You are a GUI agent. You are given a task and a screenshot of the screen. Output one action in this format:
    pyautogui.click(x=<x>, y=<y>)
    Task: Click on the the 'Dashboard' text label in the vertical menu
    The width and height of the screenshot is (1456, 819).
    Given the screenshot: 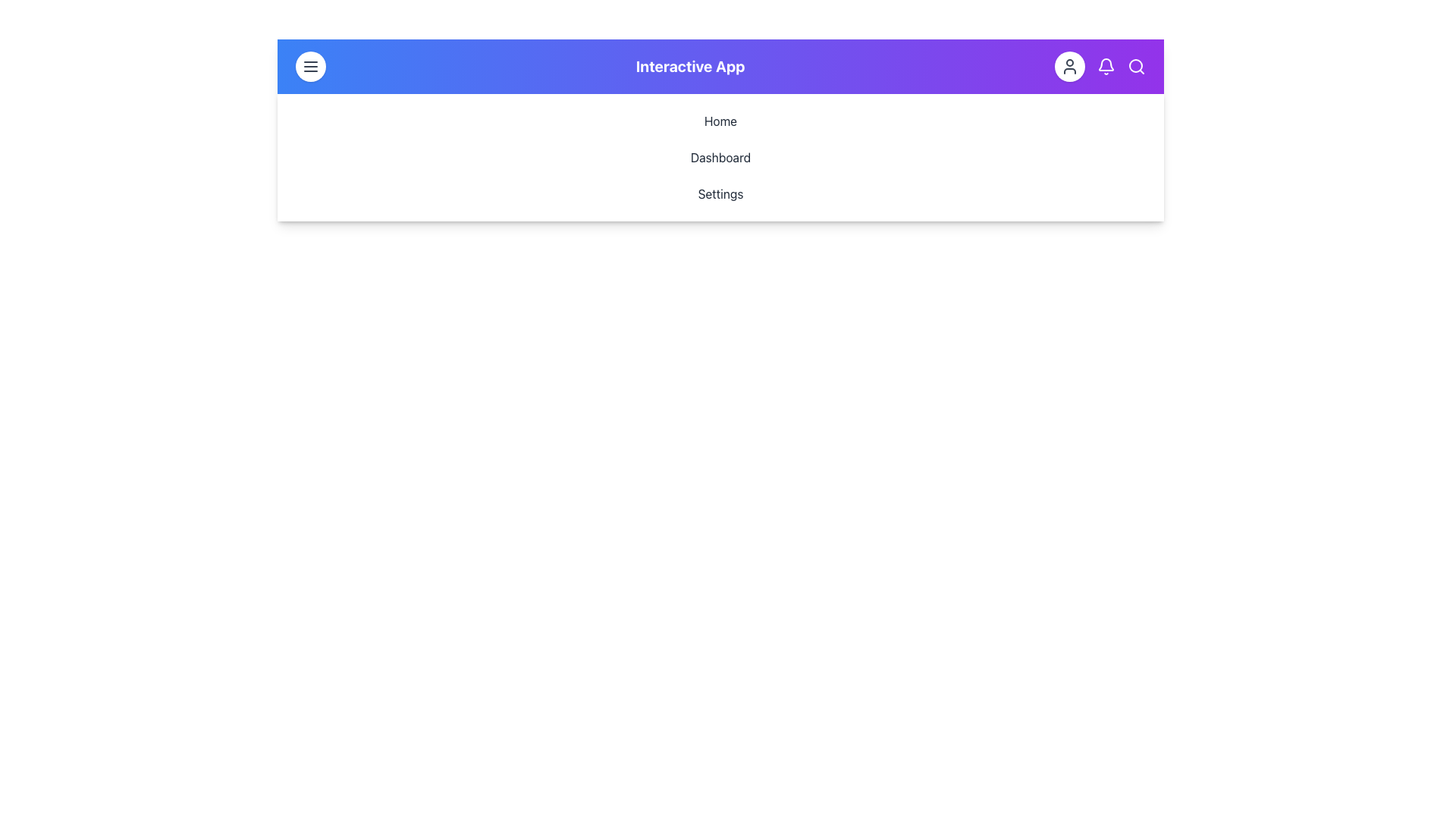 What is the action you would take?
    pyautogui.click(x=720, y=158)
    